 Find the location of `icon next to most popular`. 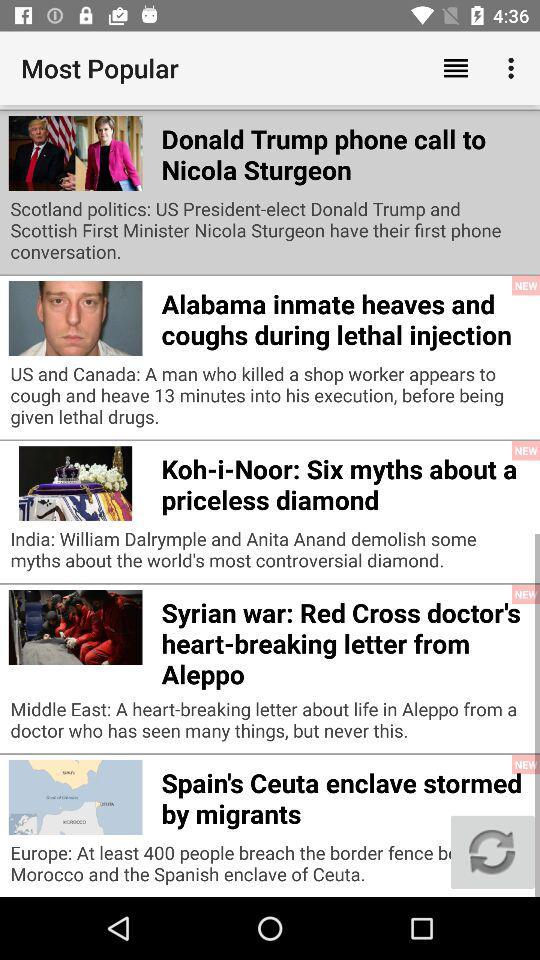

icon next to most popular is located at coordinates (455, 68).